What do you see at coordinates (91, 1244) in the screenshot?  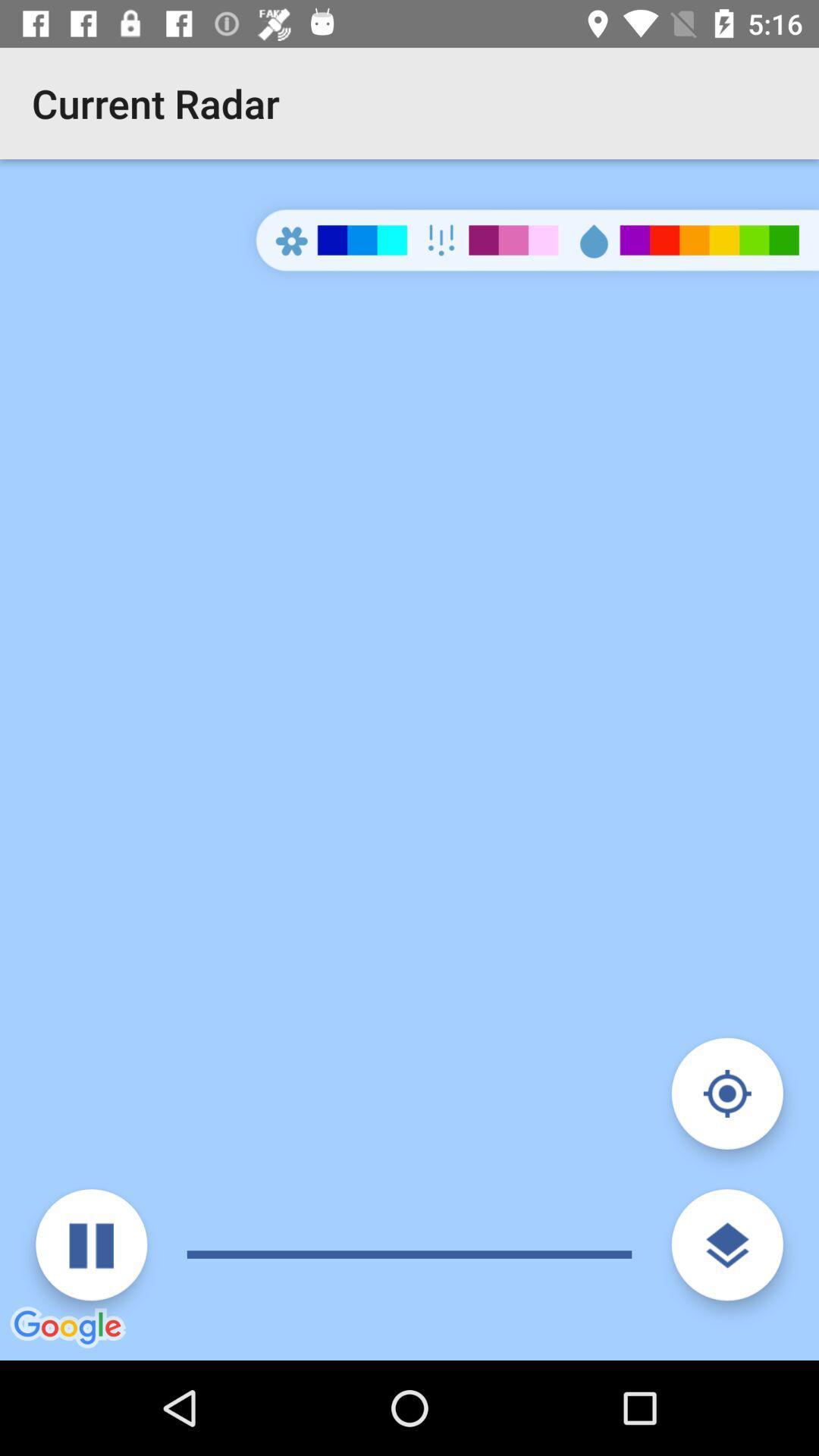 I see `the icon below current radar` at bounding box center [91, 1244].